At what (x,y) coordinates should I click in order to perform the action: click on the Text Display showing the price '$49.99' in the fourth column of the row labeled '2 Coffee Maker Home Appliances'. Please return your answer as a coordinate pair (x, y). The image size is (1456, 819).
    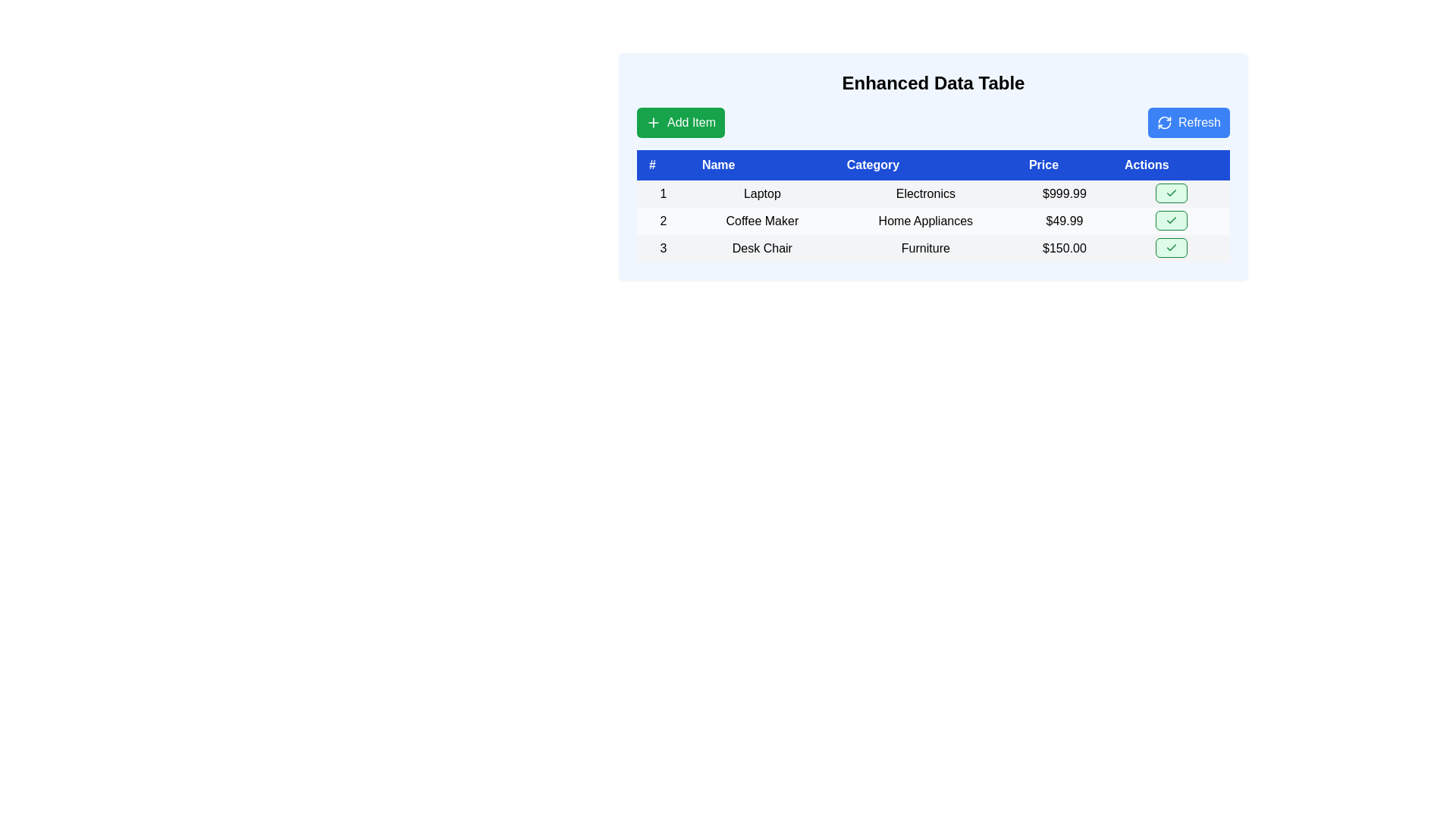
    Looking at the image, I should click on (1063, 221).